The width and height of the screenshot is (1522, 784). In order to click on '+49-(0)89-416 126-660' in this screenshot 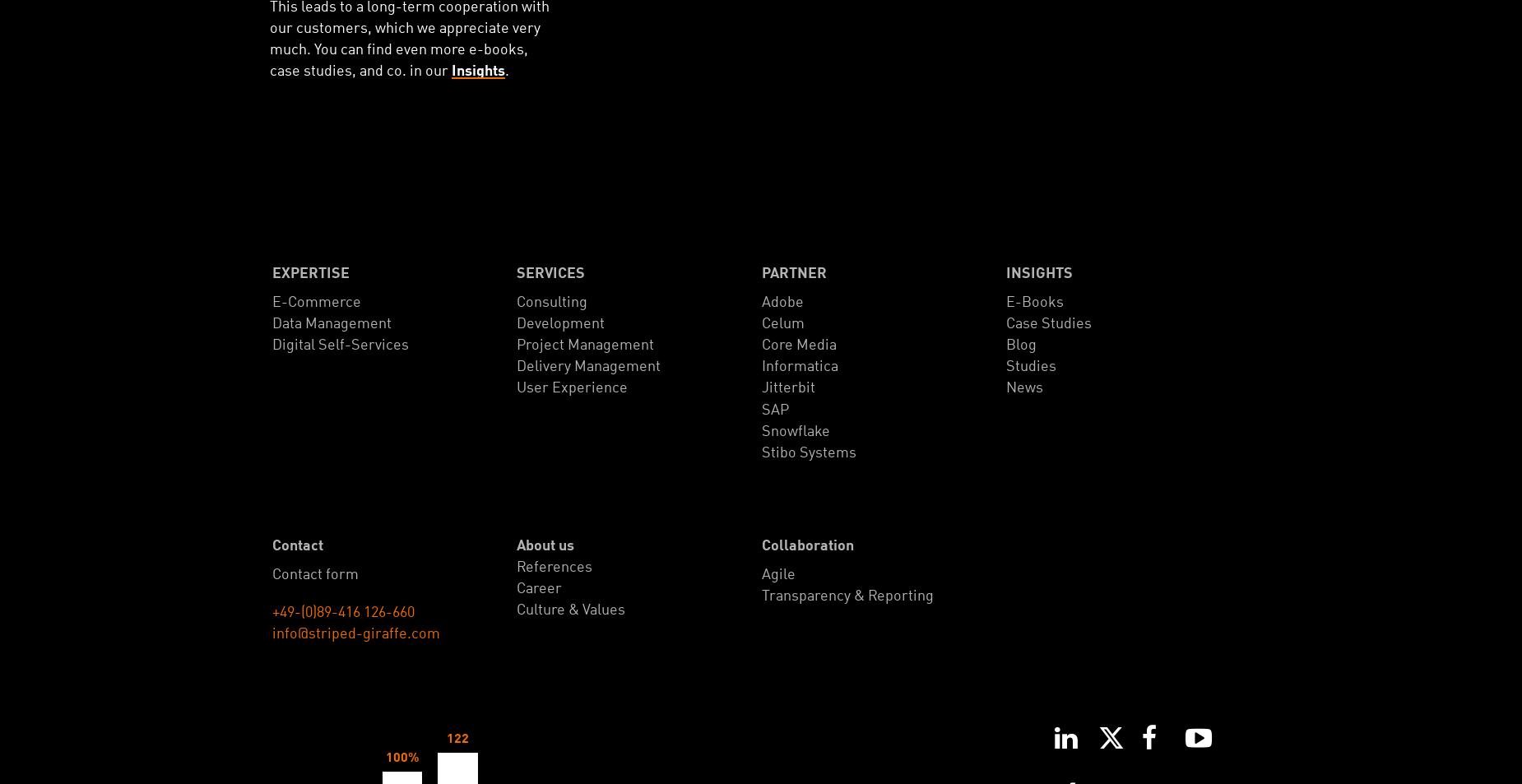, I will do `click(342, 612)`.